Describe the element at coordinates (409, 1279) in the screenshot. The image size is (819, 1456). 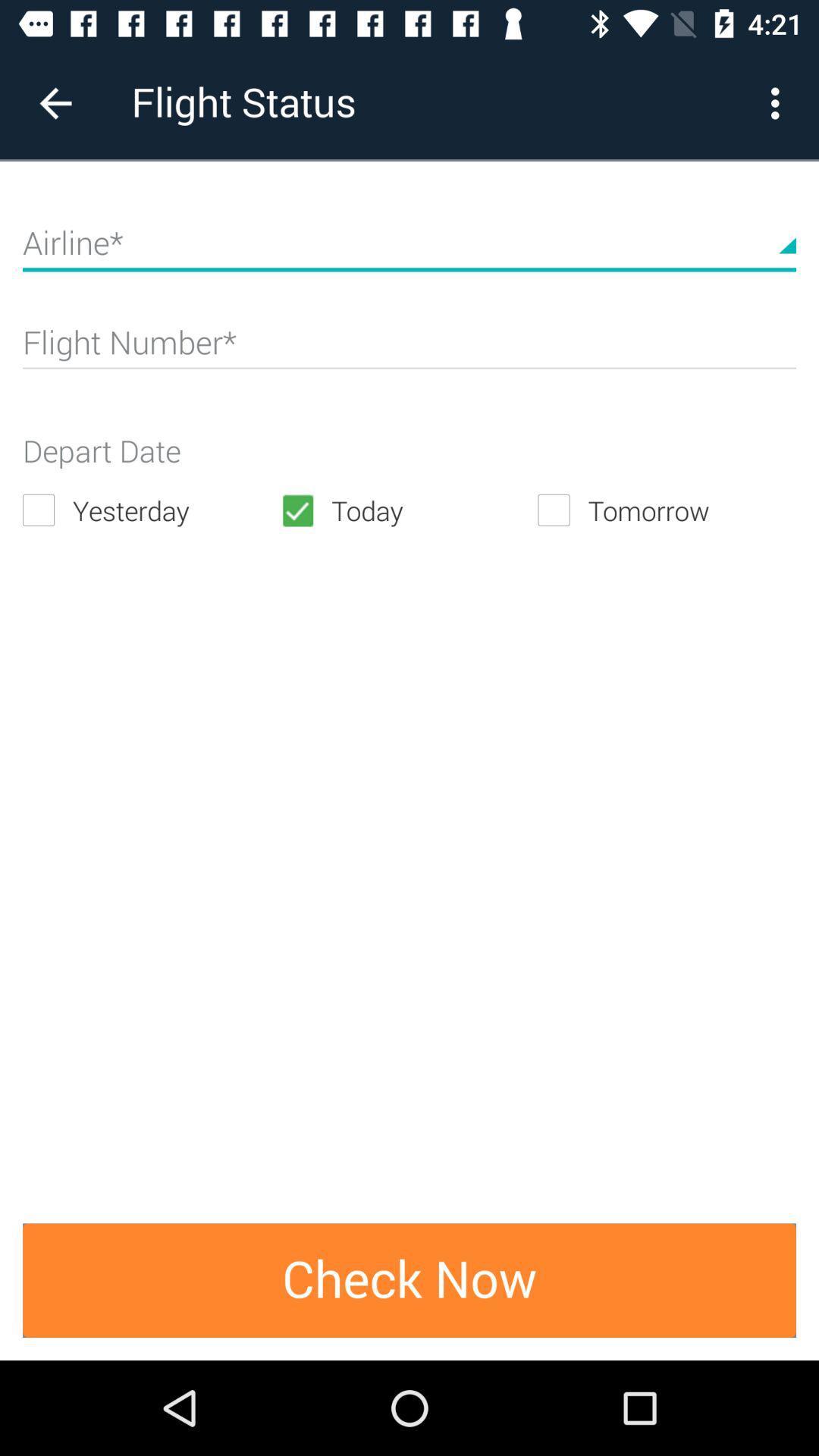
I see `the check now` at that location.